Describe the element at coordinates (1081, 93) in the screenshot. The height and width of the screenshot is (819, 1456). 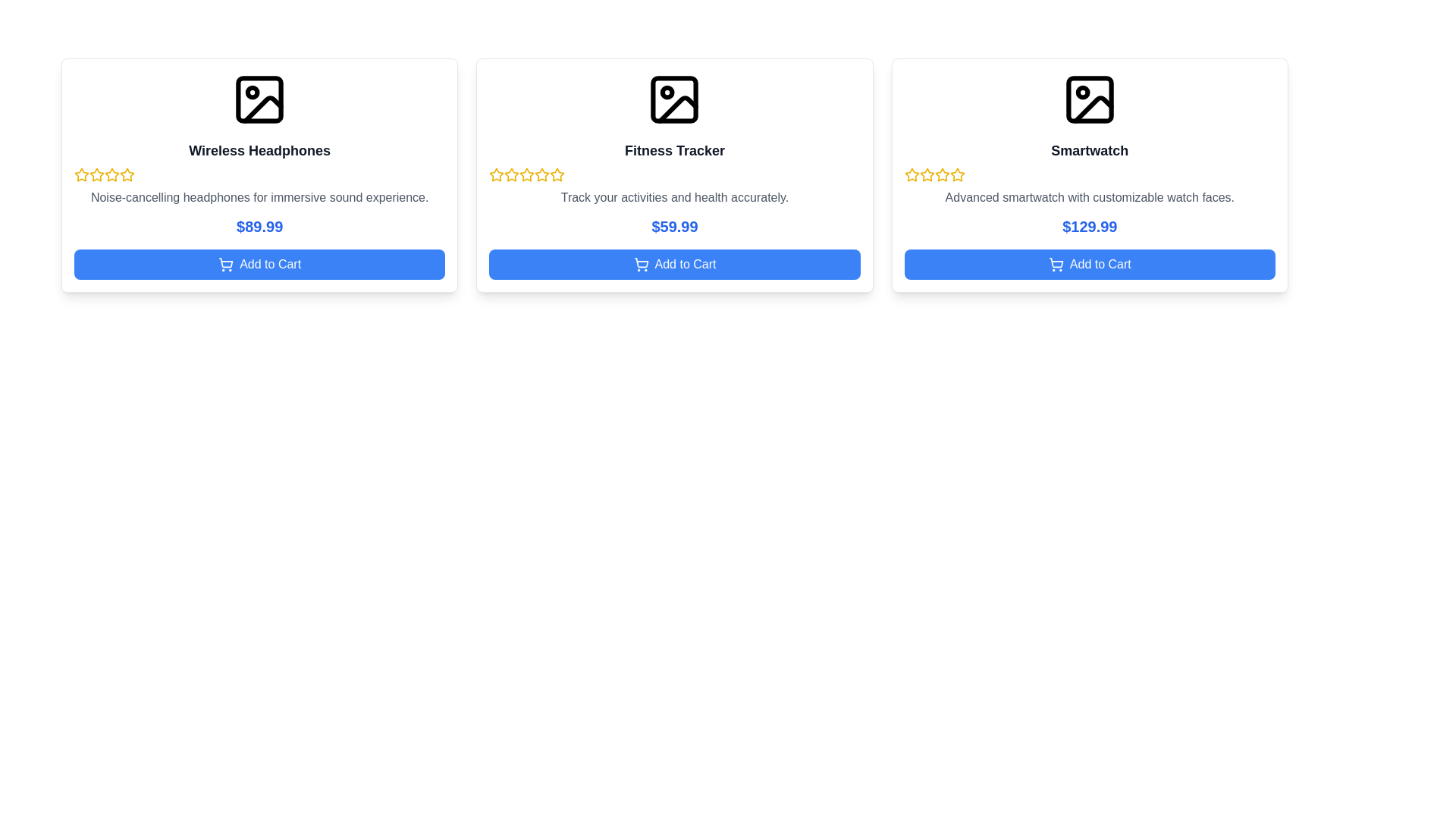
I see `the small circular Icon Decoration located in the top-left corner of the Smartwatch image icon, which is the third card from the left in the set of horizontally-aligned cards` at that location.